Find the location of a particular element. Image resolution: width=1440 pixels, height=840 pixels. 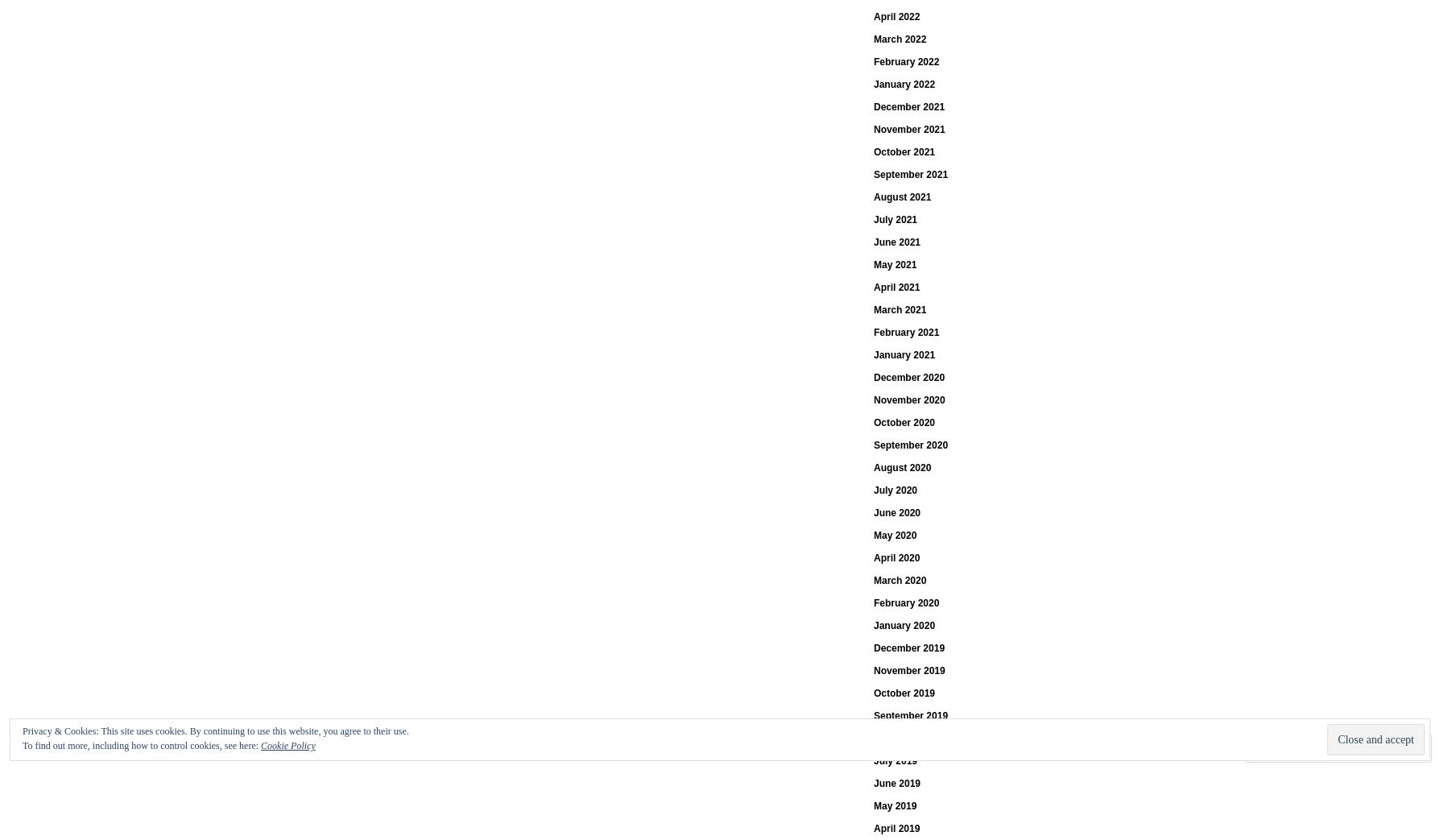

'July 2020' is located at coordinates (895, 490).